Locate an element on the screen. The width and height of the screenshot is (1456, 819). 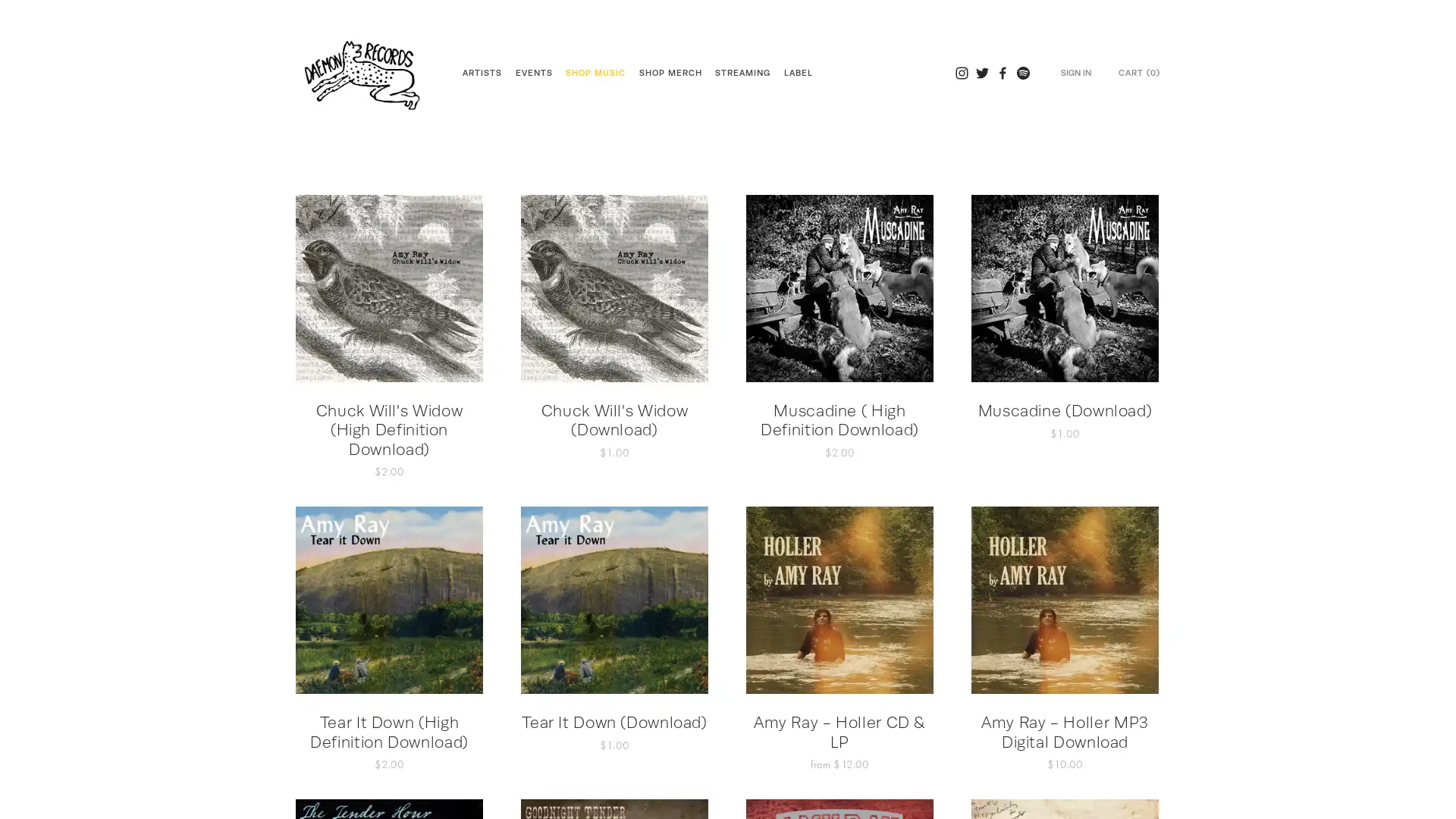
SIGN IN is located at coordinates (1075, 72).